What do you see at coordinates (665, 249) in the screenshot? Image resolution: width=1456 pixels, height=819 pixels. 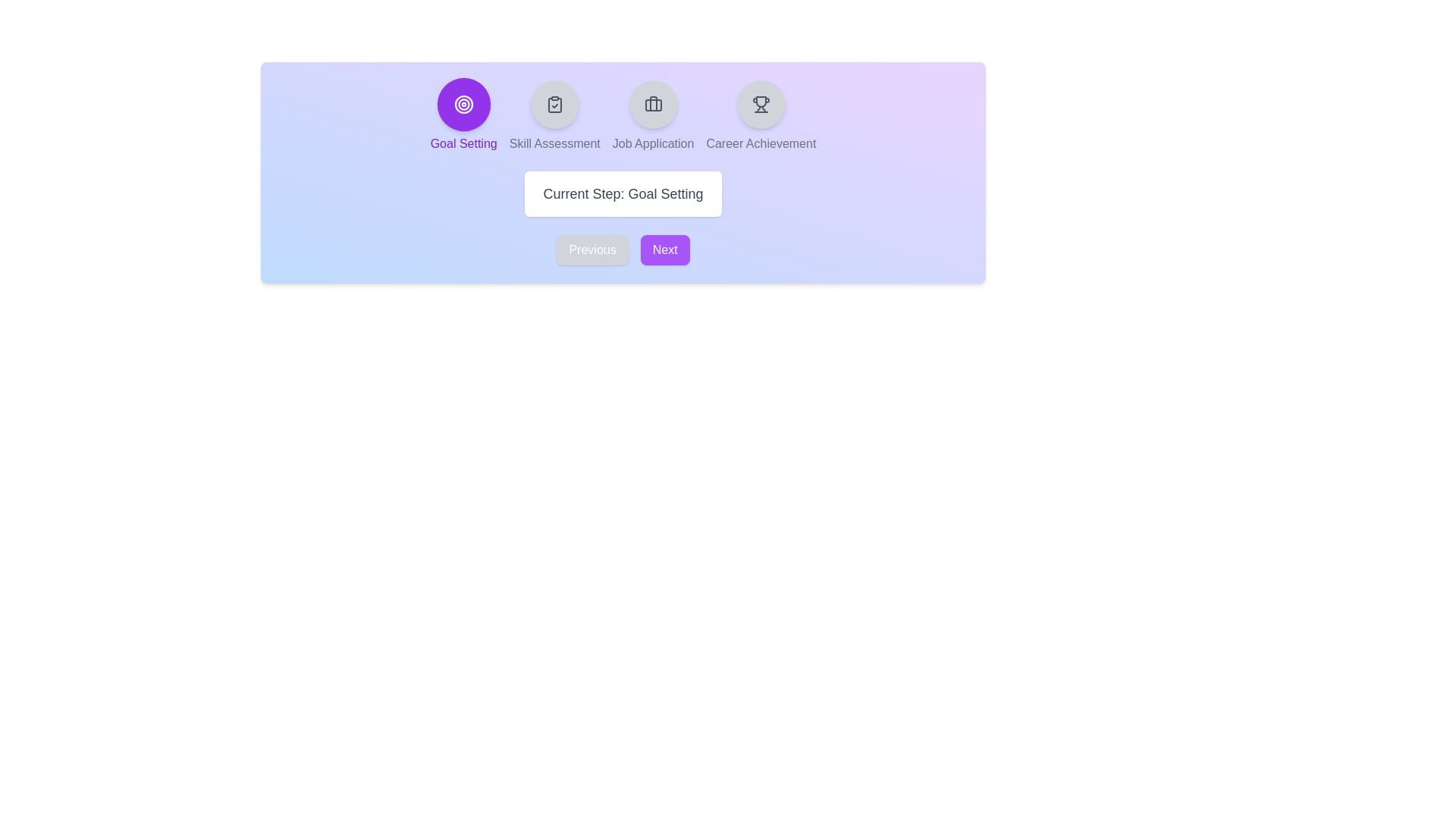 I see `the 'Next' button to navigate to the next step` at bounding box center [665, 249].